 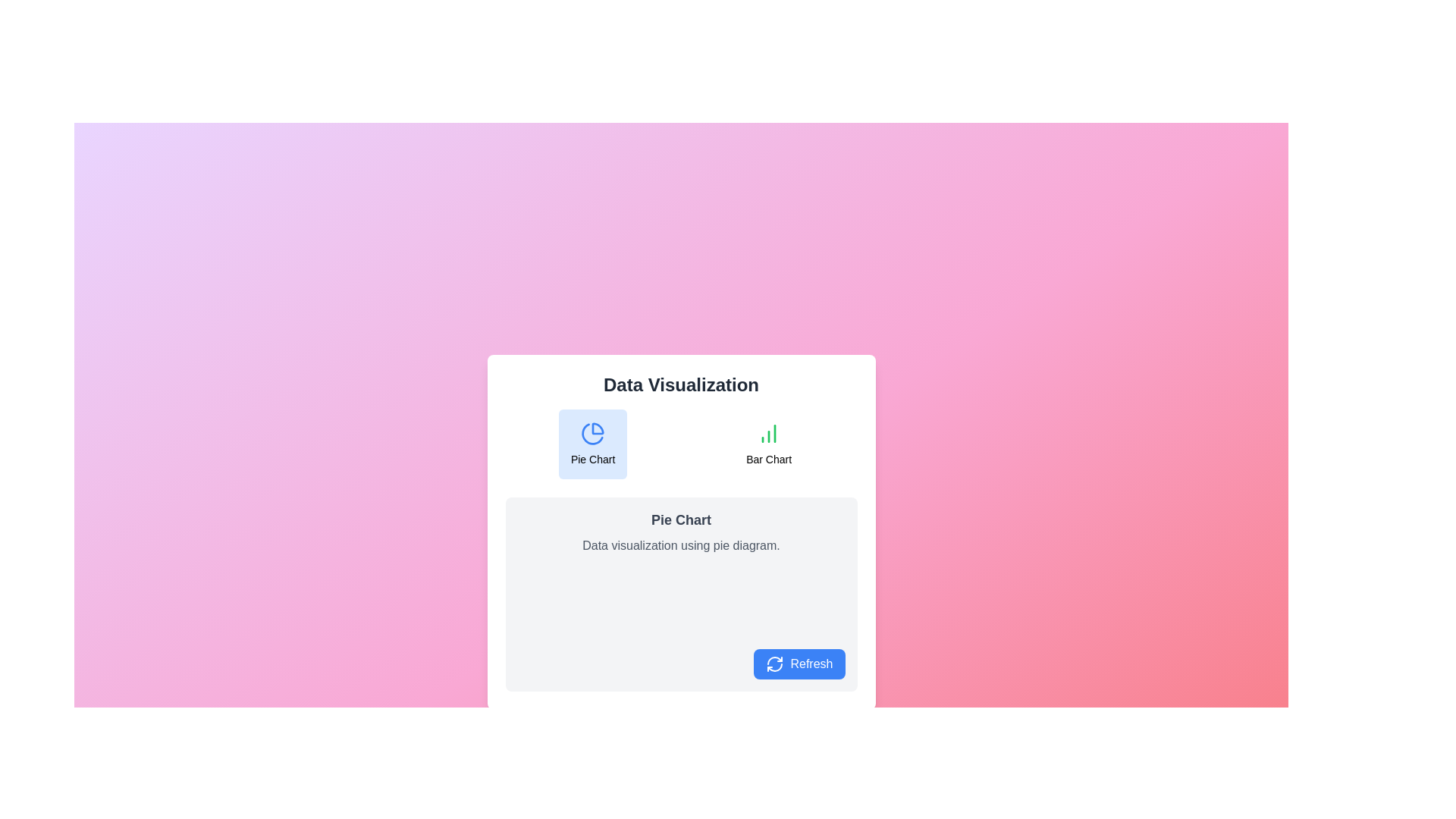 What do you see at coordinates (680, 519) in the screenshot?
I see `the Text Label that serves as a title for the pie chart visualization section, positioned above the text 'Data visualization using pie diagram.'` at bounding box center [680, 519].